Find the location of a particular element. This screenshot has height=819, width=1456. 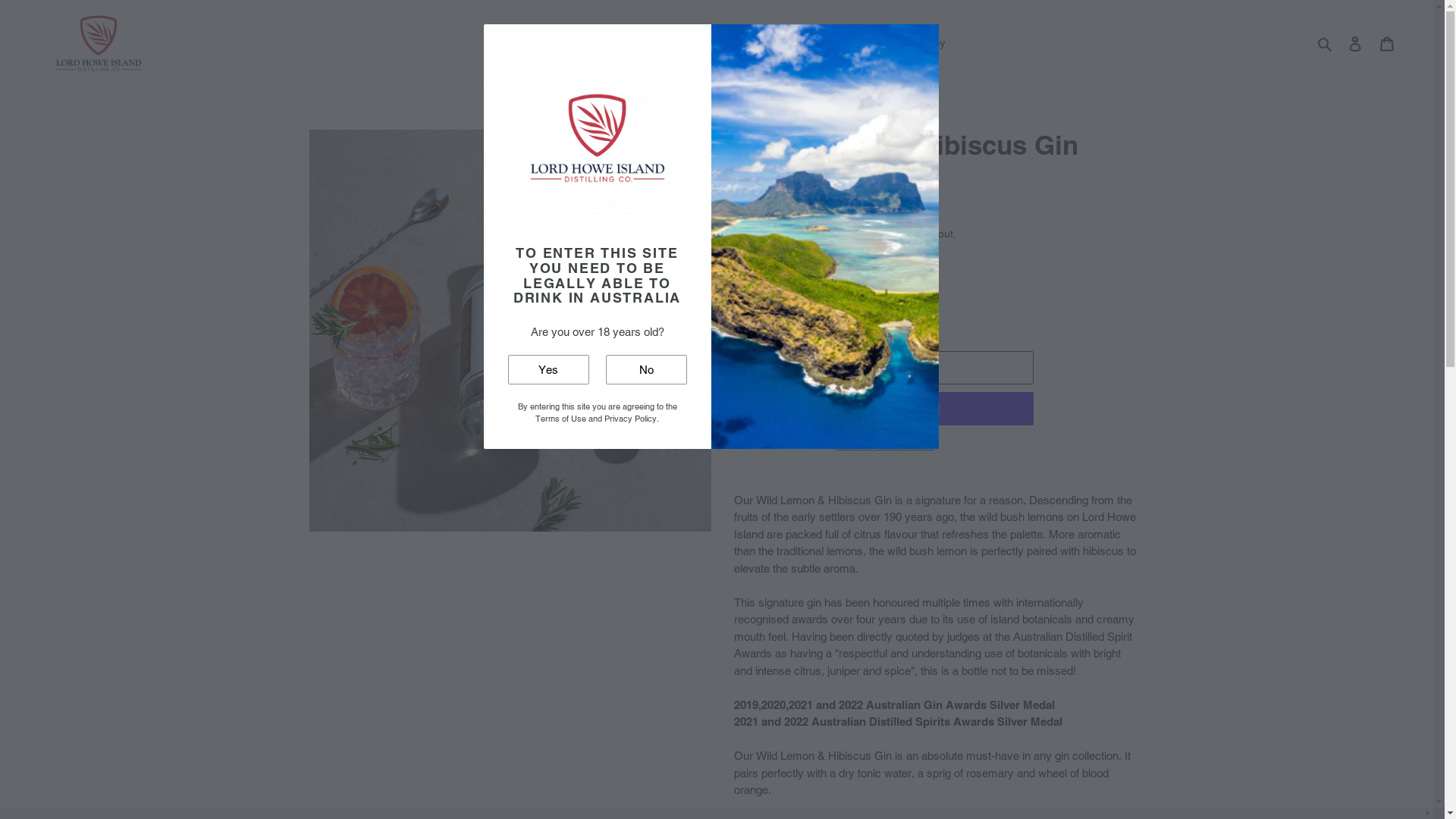

'Spirits' is located at coordinates (562, 42).